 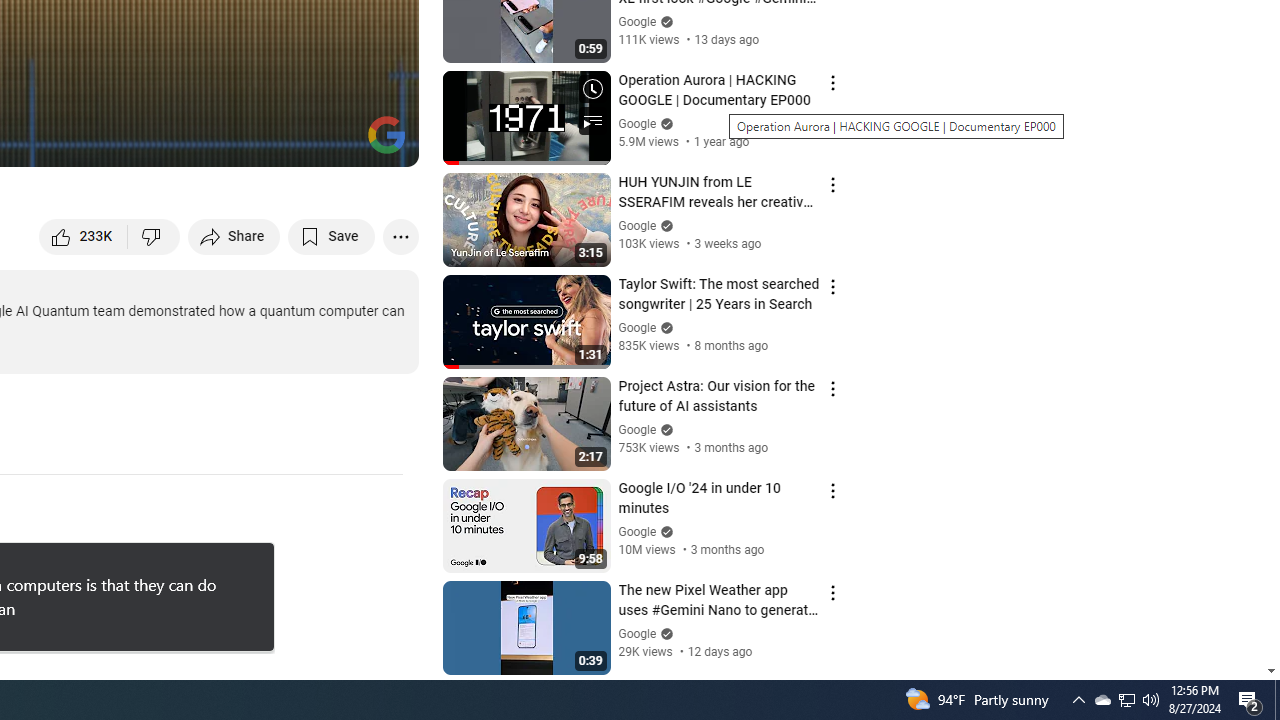 I want to click on 'Verified', so click(x=664, y=633).